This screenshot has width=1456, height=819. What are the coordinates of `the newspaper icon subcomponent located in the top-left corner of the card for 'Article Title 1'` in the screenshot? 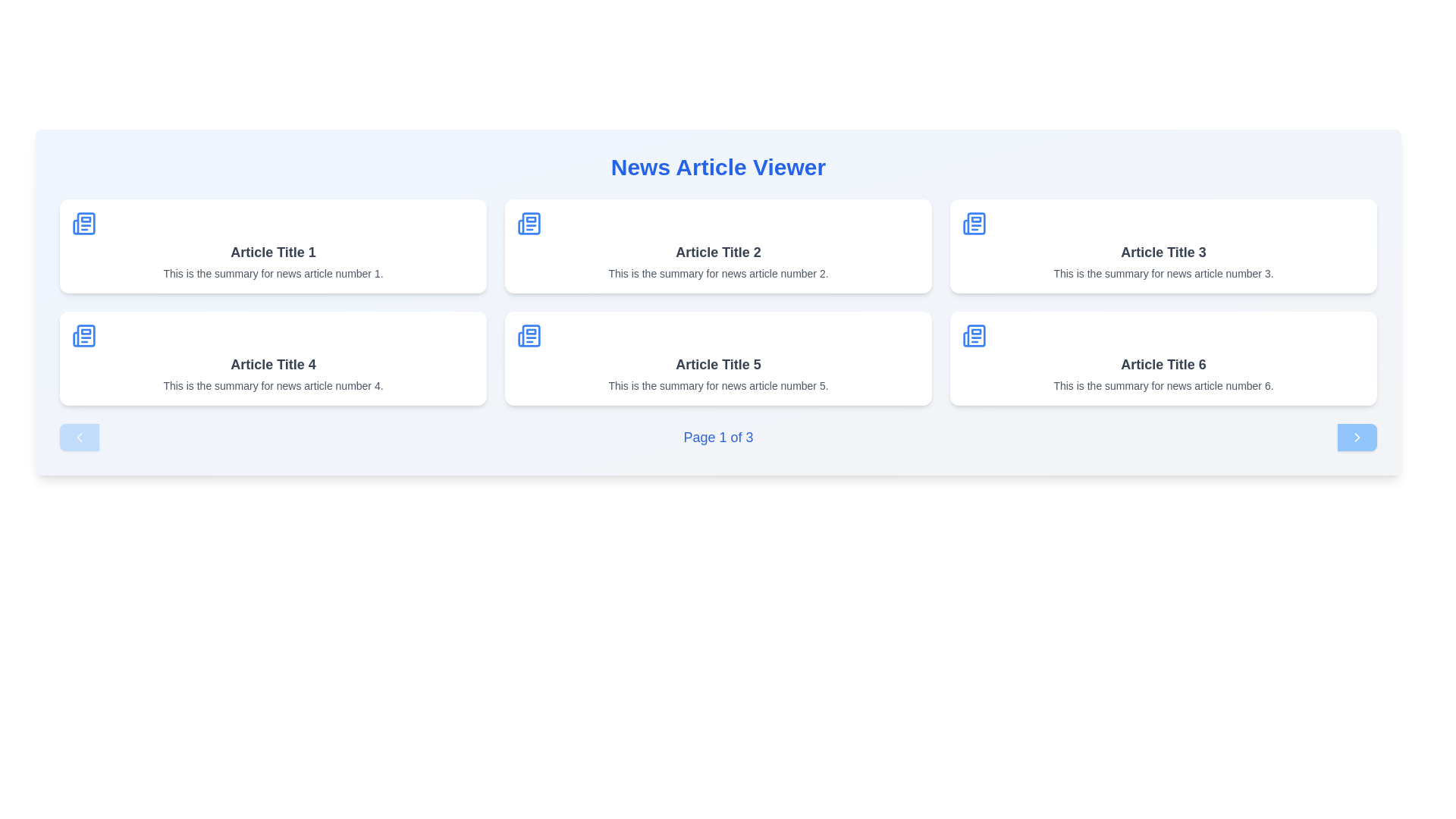 It's located at (83, 223).